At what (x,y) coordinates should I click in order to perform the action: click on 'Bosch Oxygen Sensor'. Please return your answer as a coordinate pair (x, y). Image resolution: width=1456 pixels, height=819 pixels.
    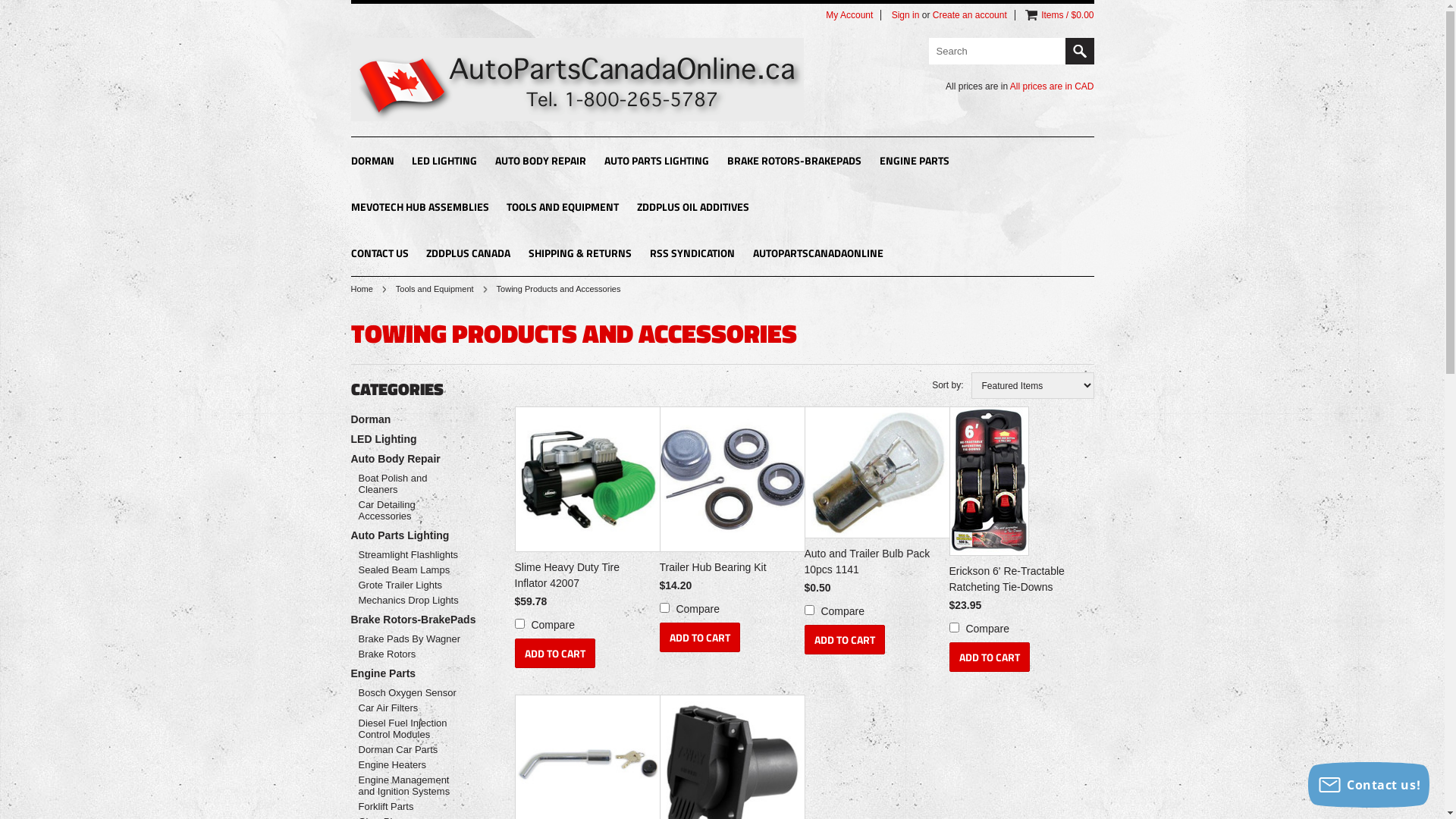
    Looking at the image, I should click on (411, 692).